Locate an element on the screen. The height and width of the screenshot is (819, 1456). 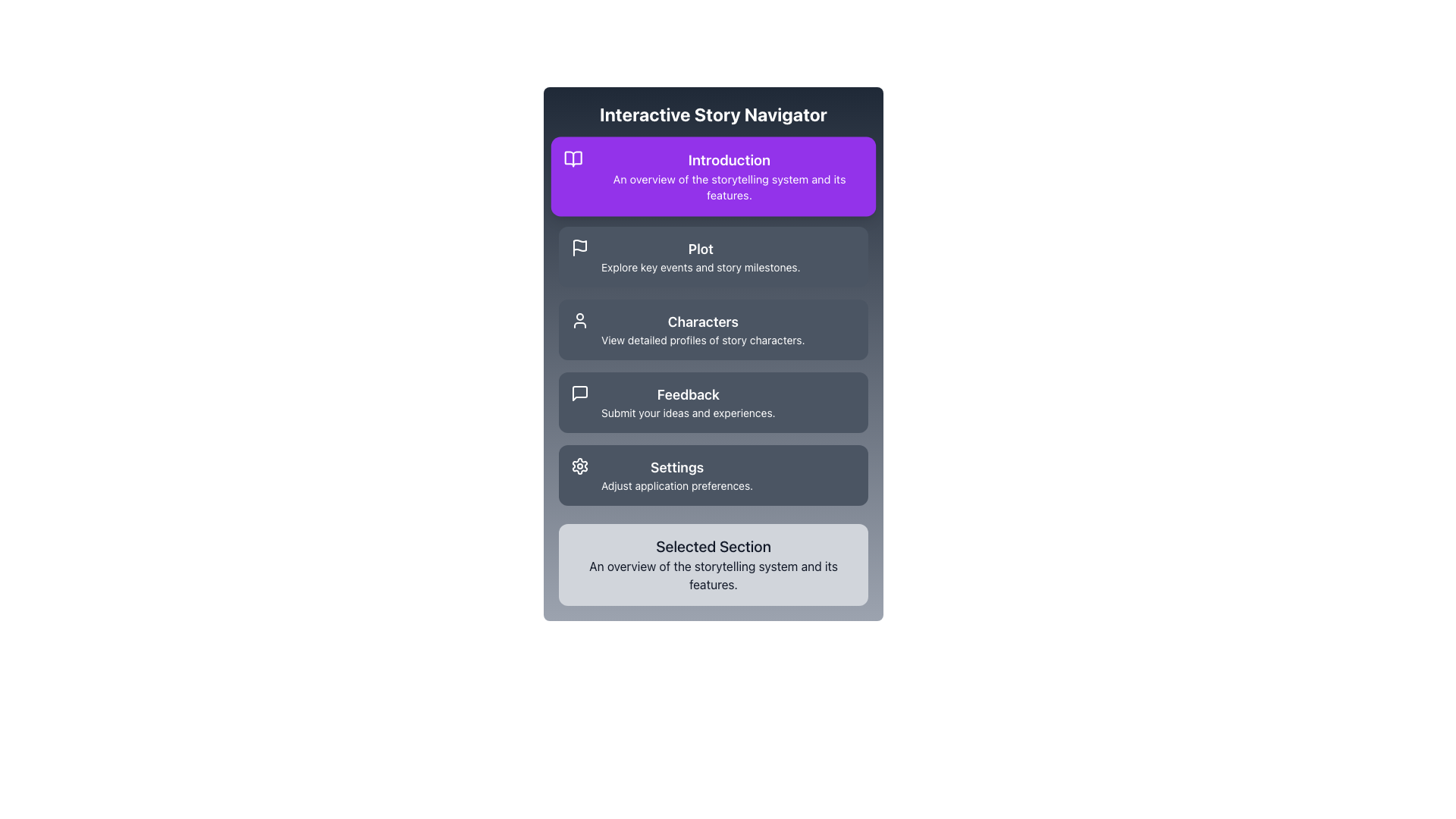
the first menu item in the sidebar that navigates to the 'Introduction' section is located at coordinates (729, 175).